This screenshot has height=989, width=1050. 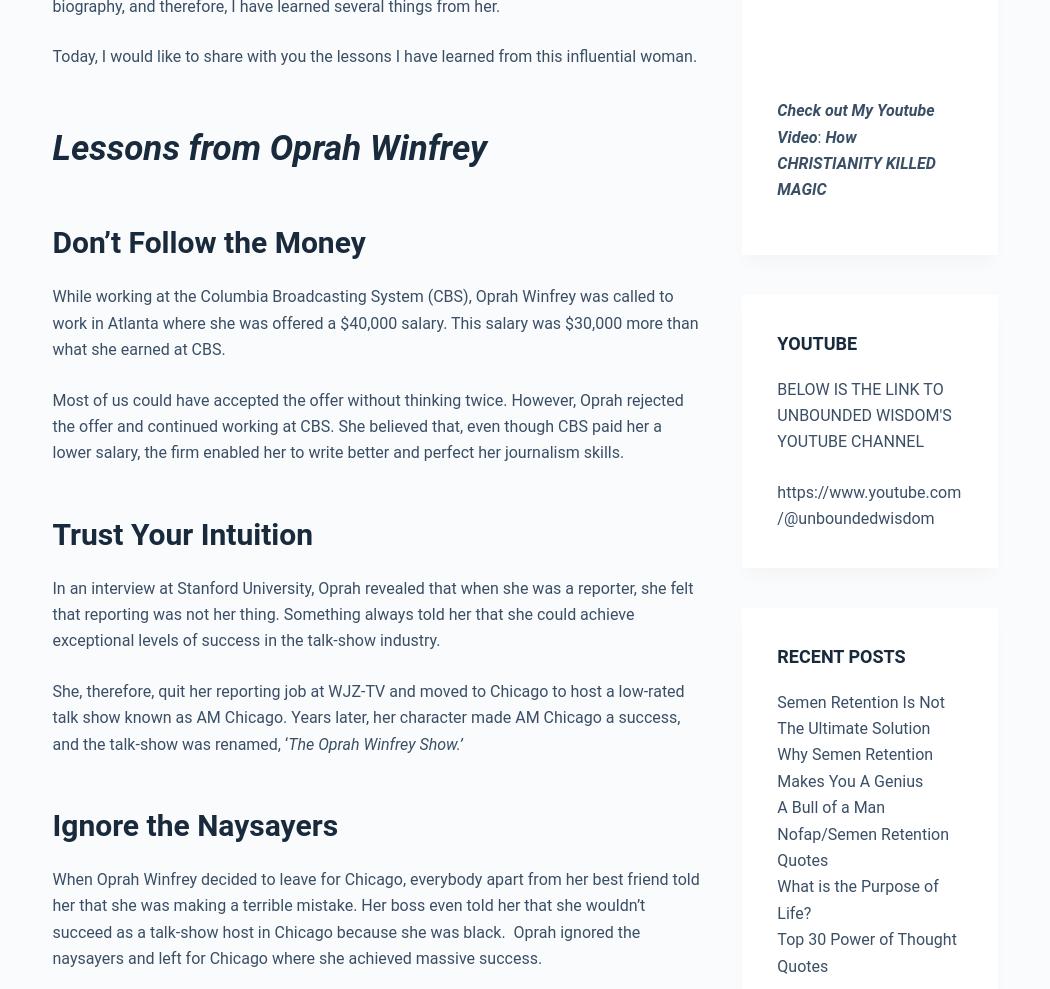 What do you see at coordinates (395, 179) in the screenshot?
I see `'I meant to say each person has to follow their own dreams and goals.'` at bounding box center [395, 179].